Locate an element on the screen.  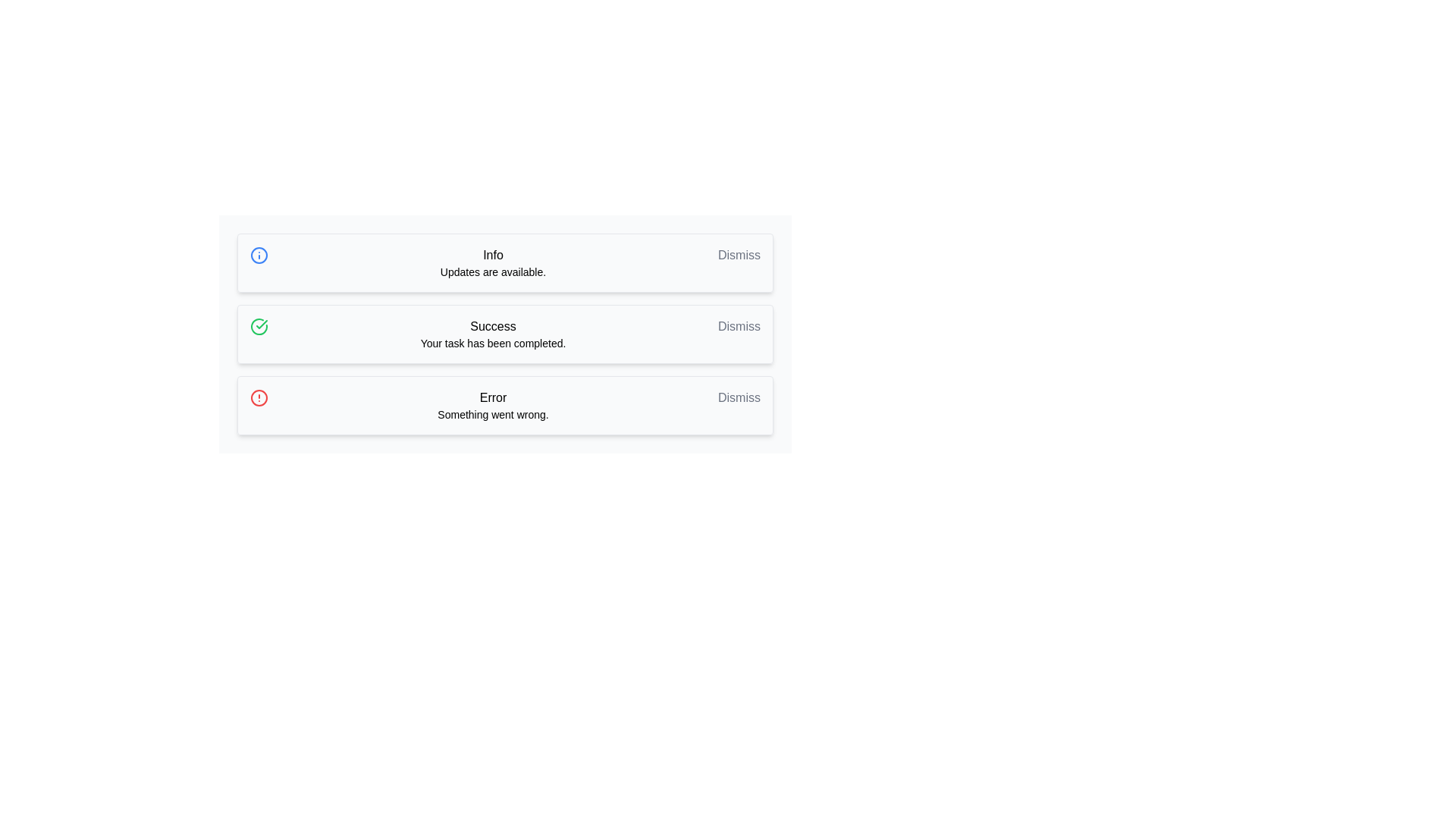
the 'Dismiss' button located in the top-right corner of the 'Error' notification block is located at coordinates (739, 397).